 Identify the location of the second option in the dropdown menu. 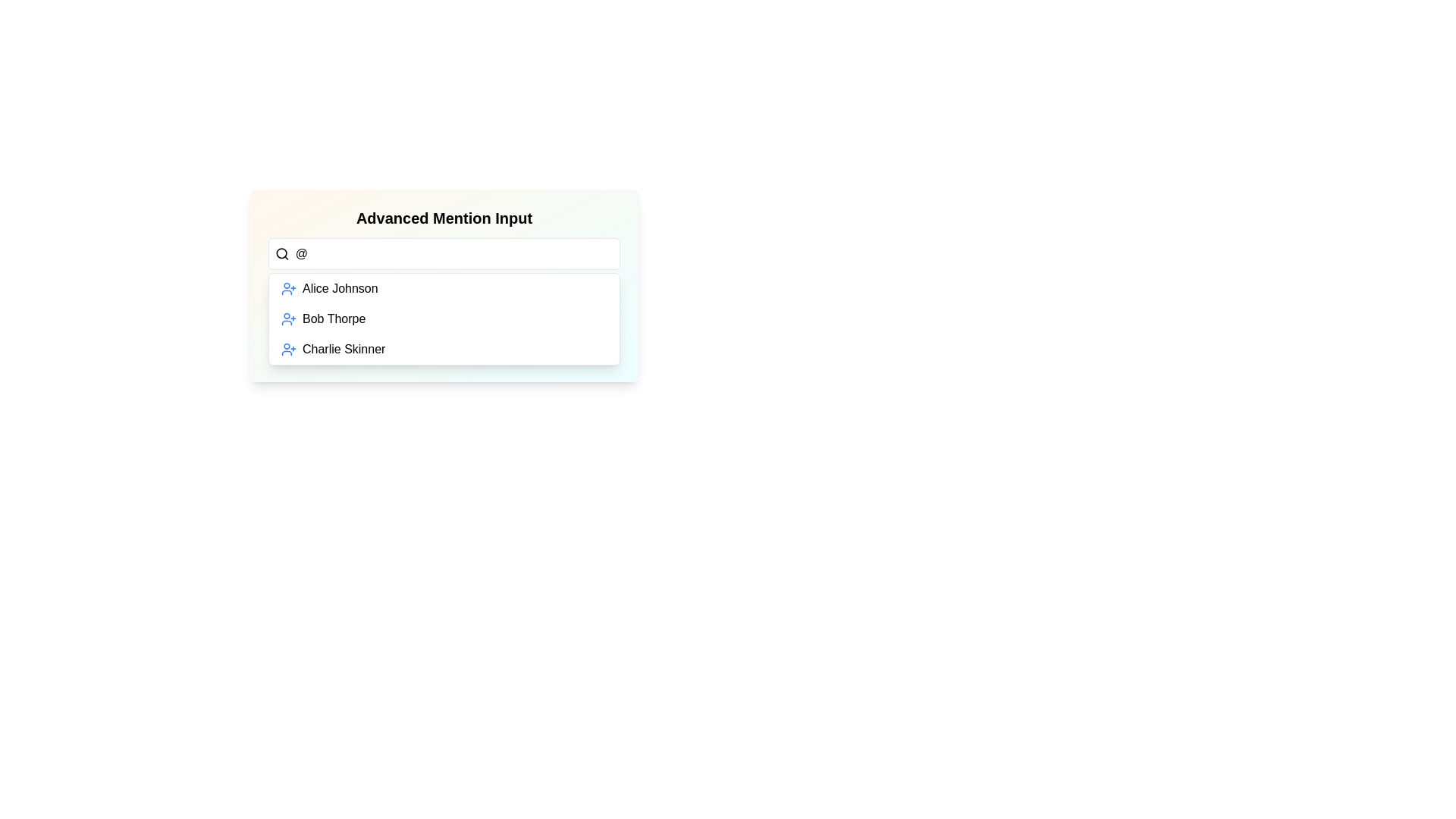
(443, 318).